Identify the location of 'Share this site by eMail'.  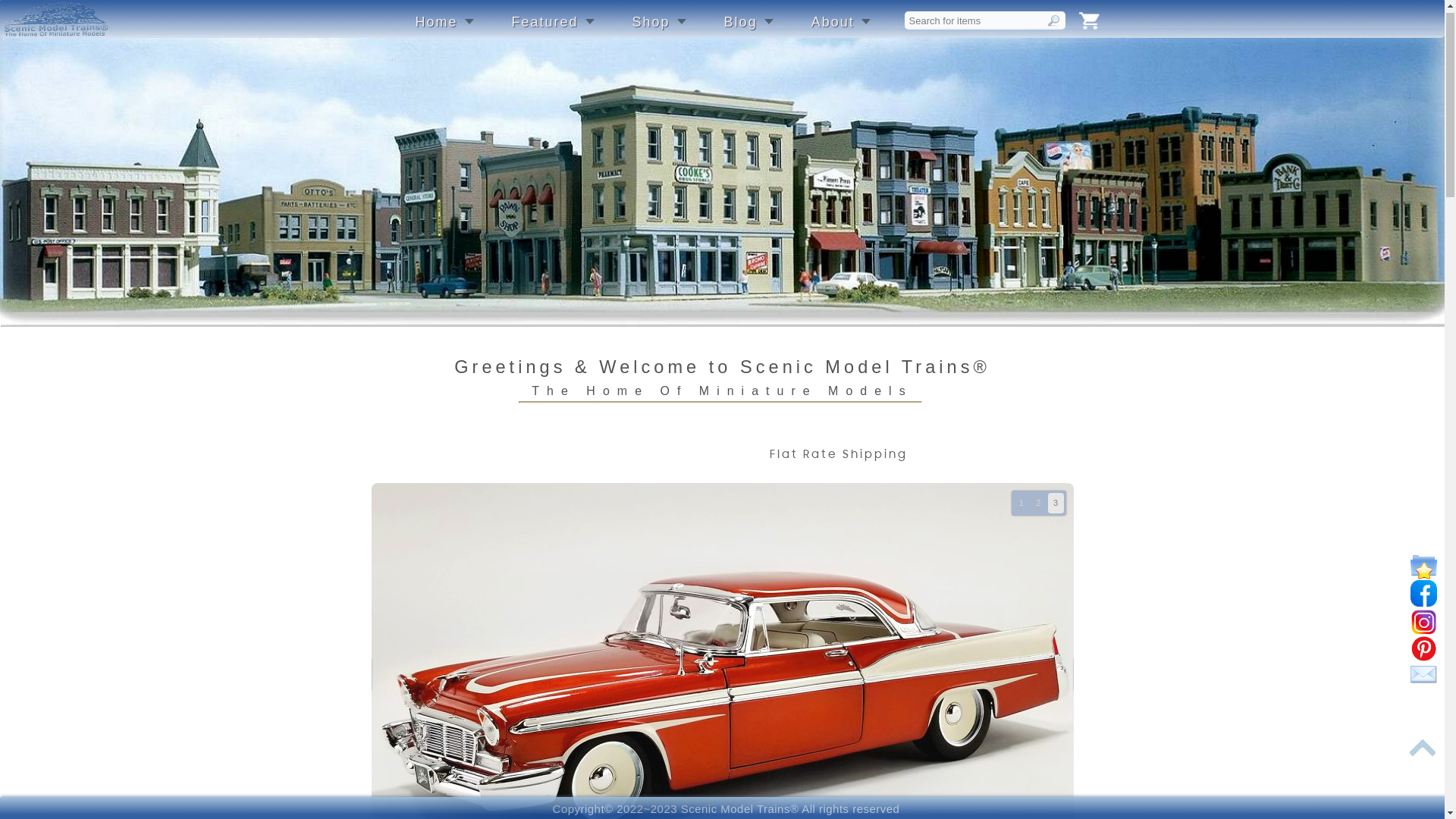
(1423, 682).